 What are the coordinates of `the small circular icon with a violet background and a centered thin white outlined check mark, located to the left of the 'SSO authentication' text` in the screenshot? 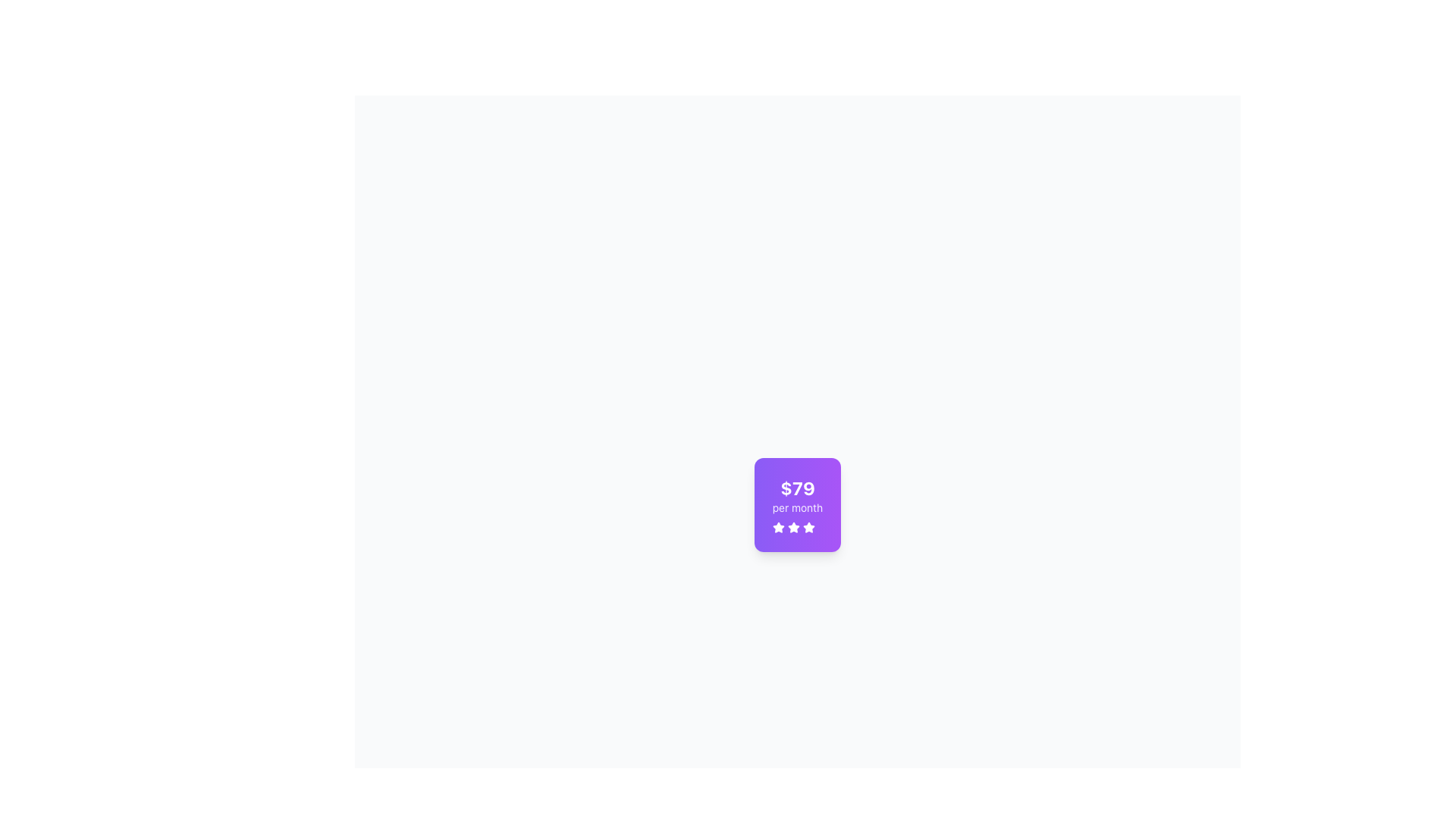 It's located at (540, 777).